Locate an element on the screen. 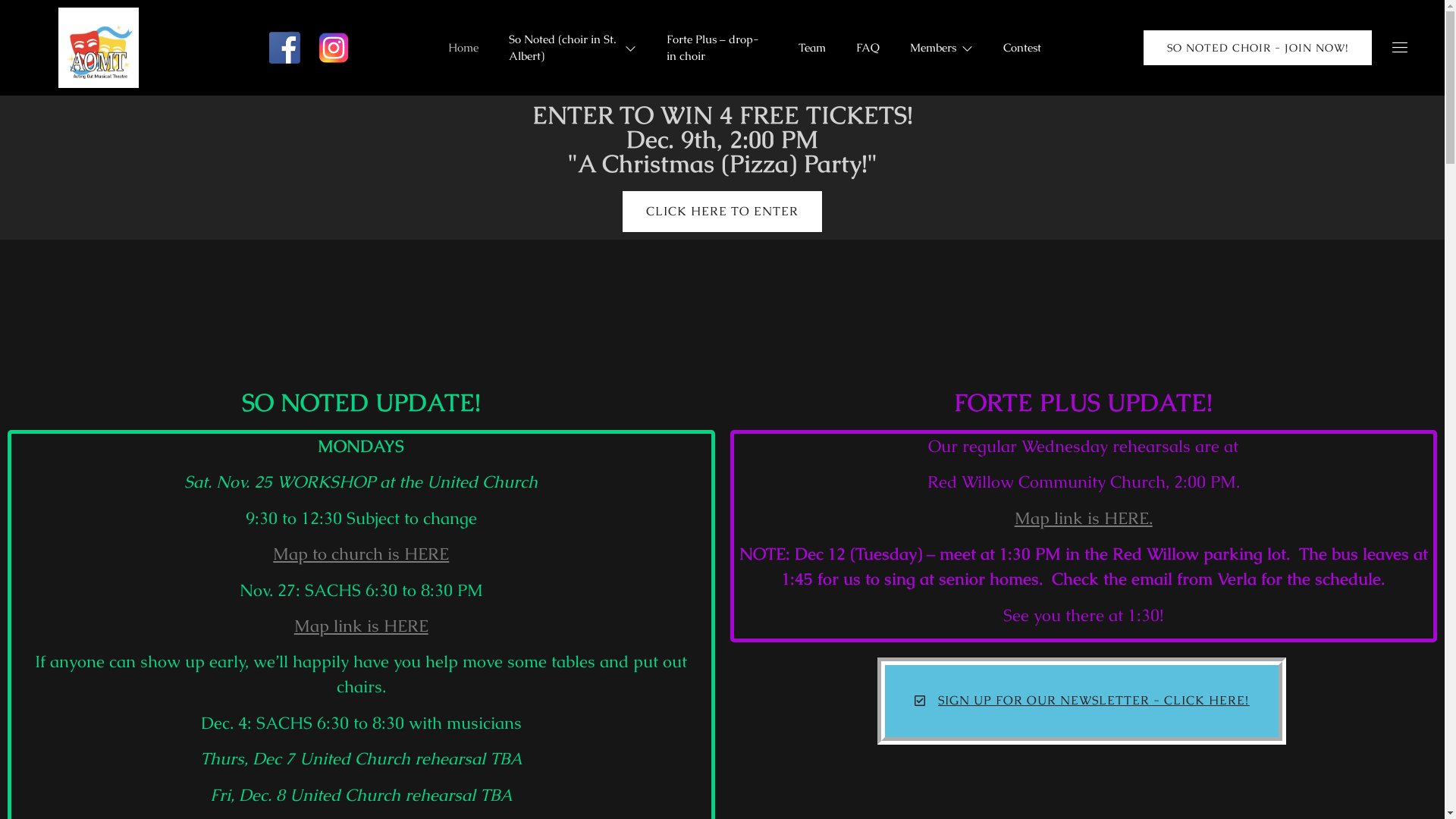  'Map link is HERE' is located at coordinates (294, 626).